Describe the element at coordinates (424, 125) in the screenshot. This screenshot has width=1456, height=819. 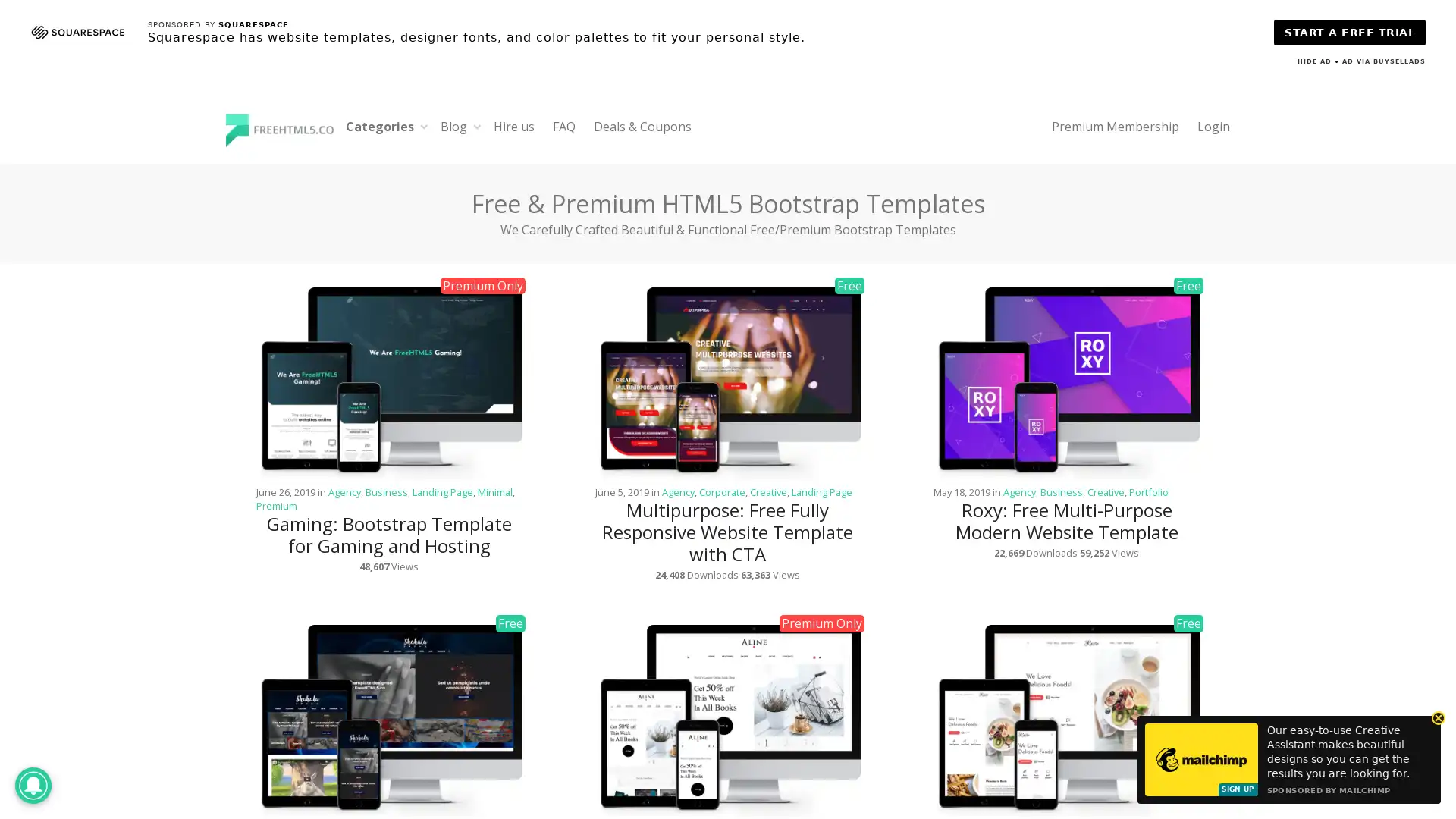
I see `Expand child menu` at that location.